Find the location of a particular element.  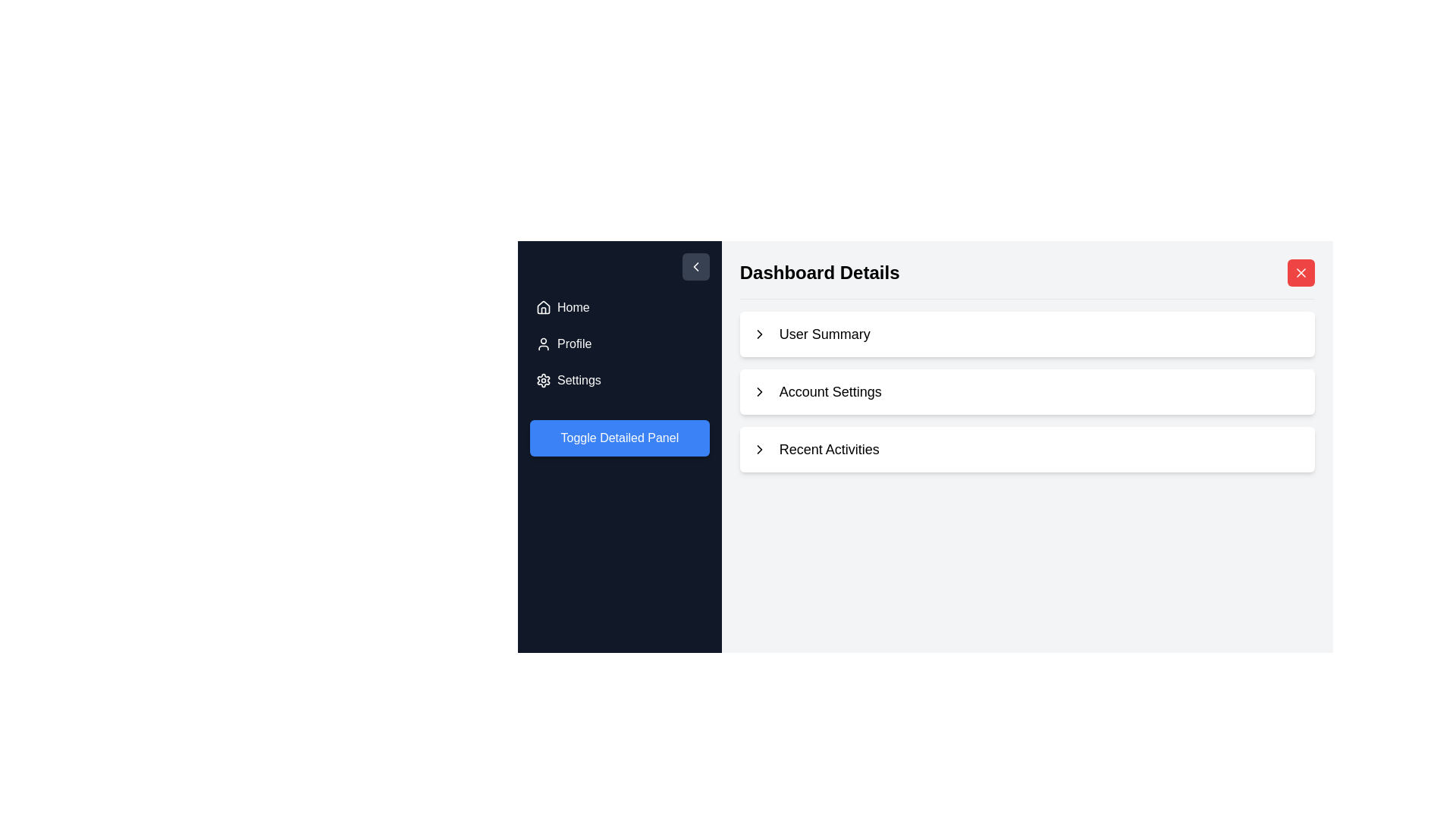

the blue rectangular button labeled 'Toggle Detailed Panel' is located at coordinates (620, 438).